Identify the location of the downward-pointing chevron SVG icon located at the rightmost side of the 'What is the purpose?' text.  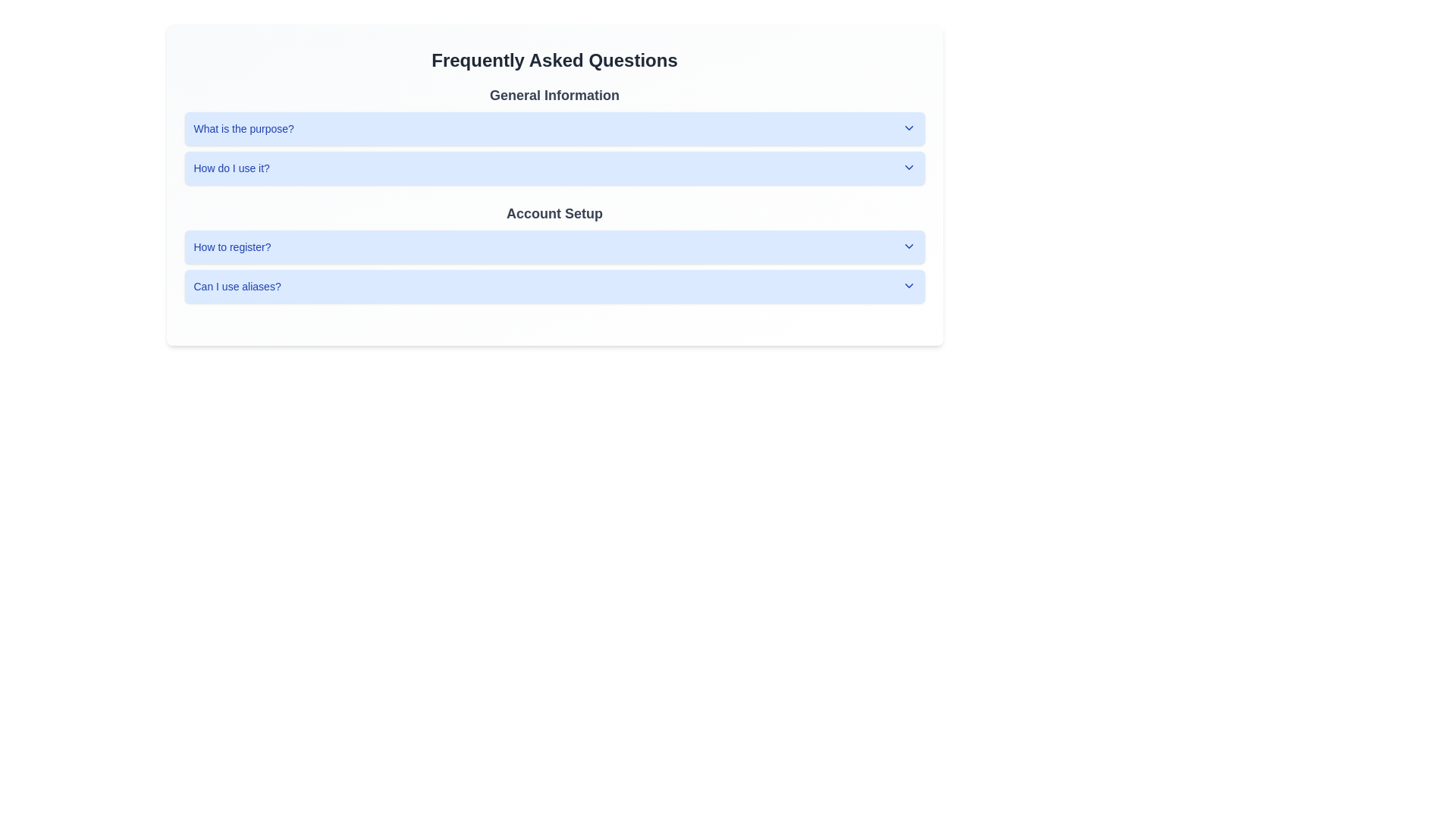
(908, 127).